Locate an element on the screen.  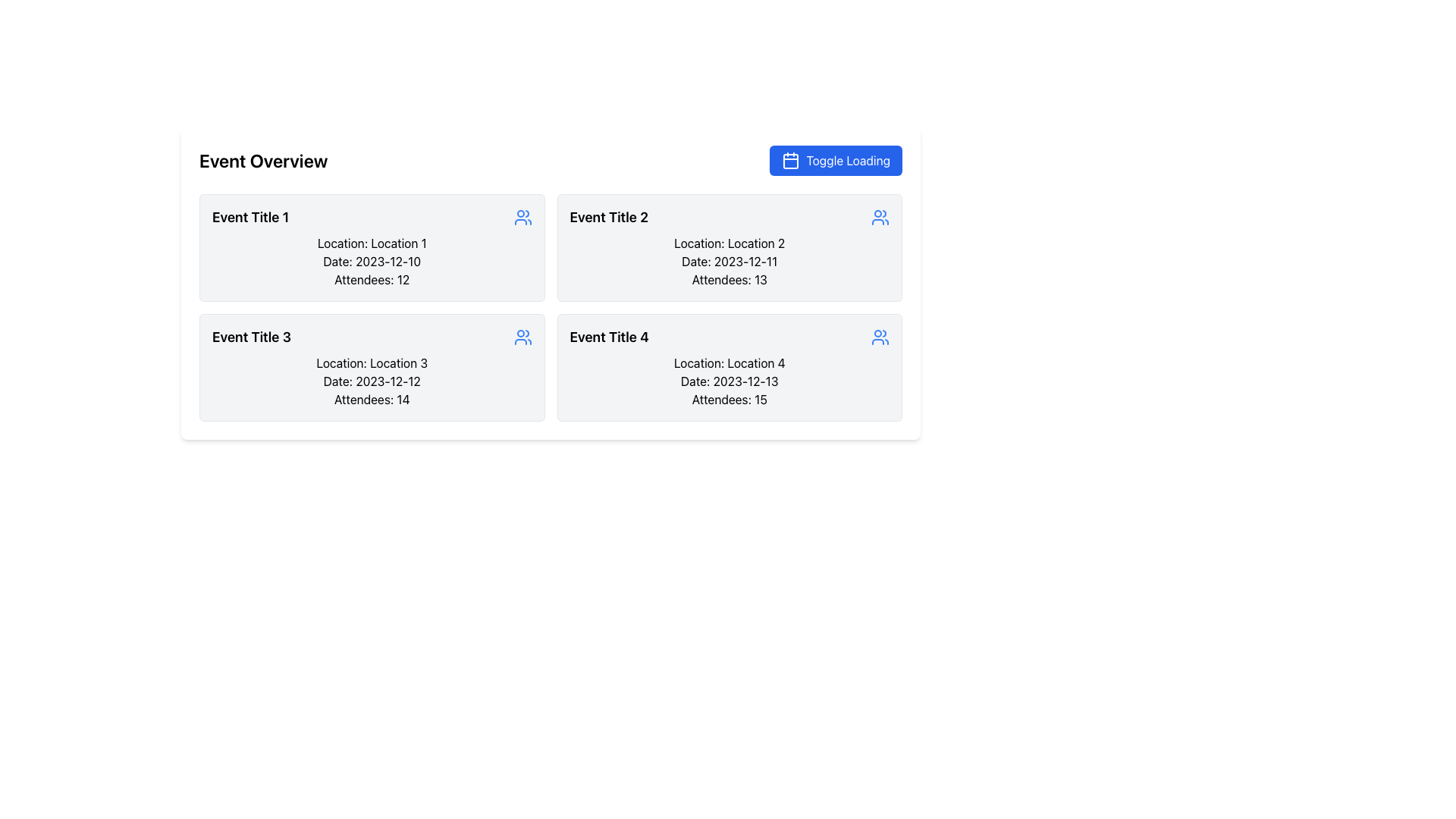
text displayed in the fourth event card, located below 'Event Title 4' and above the date and attendees information is located at coordinates (730, 362).